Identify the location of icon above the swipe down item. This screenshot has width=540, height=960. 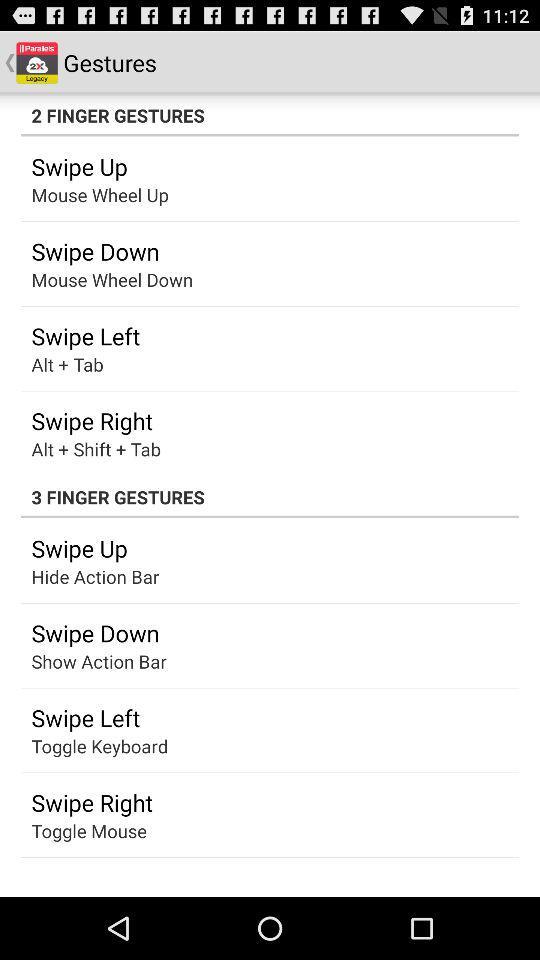
(83, 576).